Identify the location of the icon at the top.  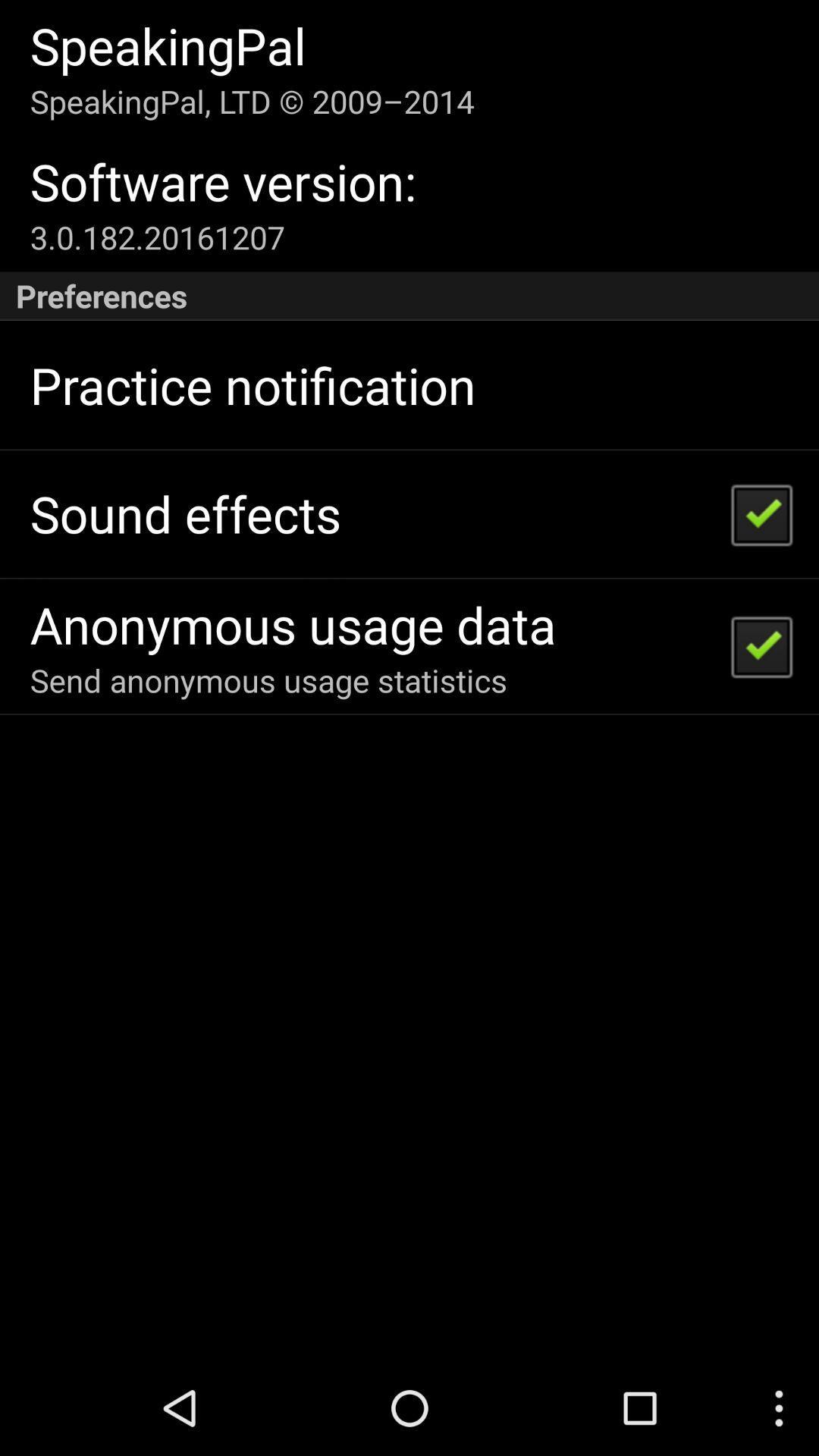
(409, 296).